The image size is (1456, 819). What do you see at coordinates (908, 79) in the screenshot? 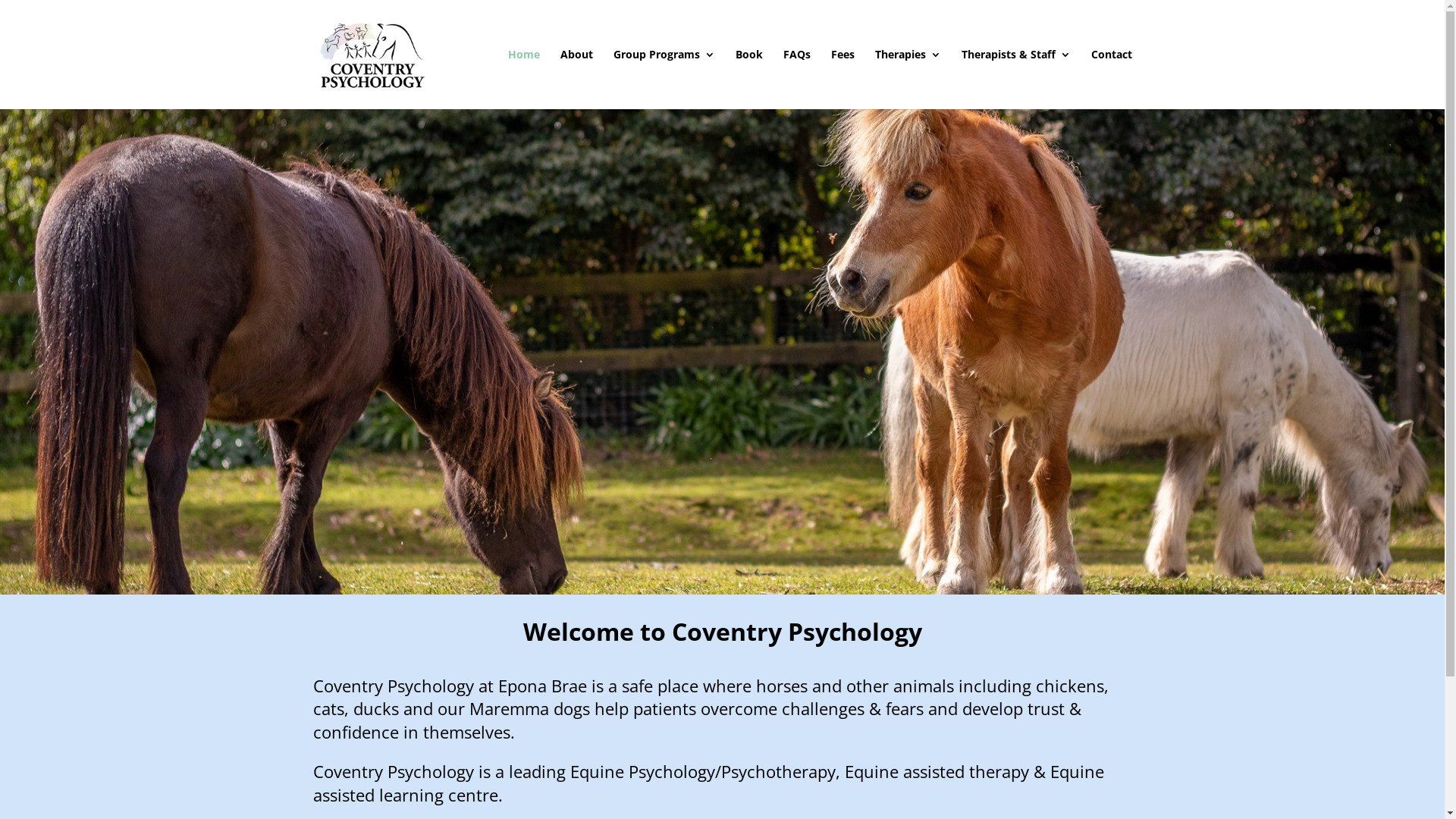
I see `'Therapies'` at bounding box center [908, 79].